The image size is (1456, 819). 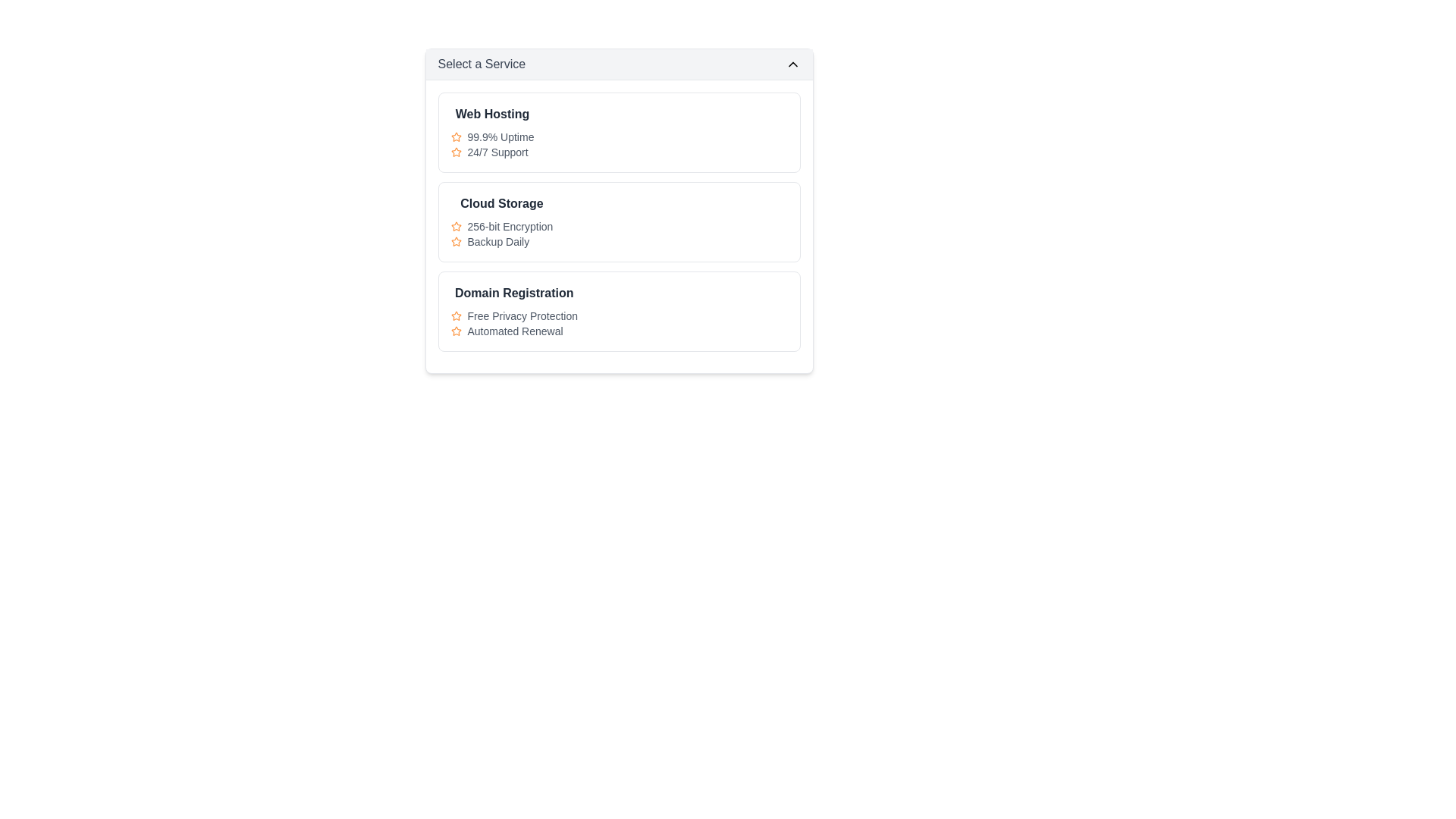 I want to click on text block with inline icons that describes the features of the 'Domain Registration' service, which is the second component under the 'Domain Registration' section, so click(x=514, y=323).